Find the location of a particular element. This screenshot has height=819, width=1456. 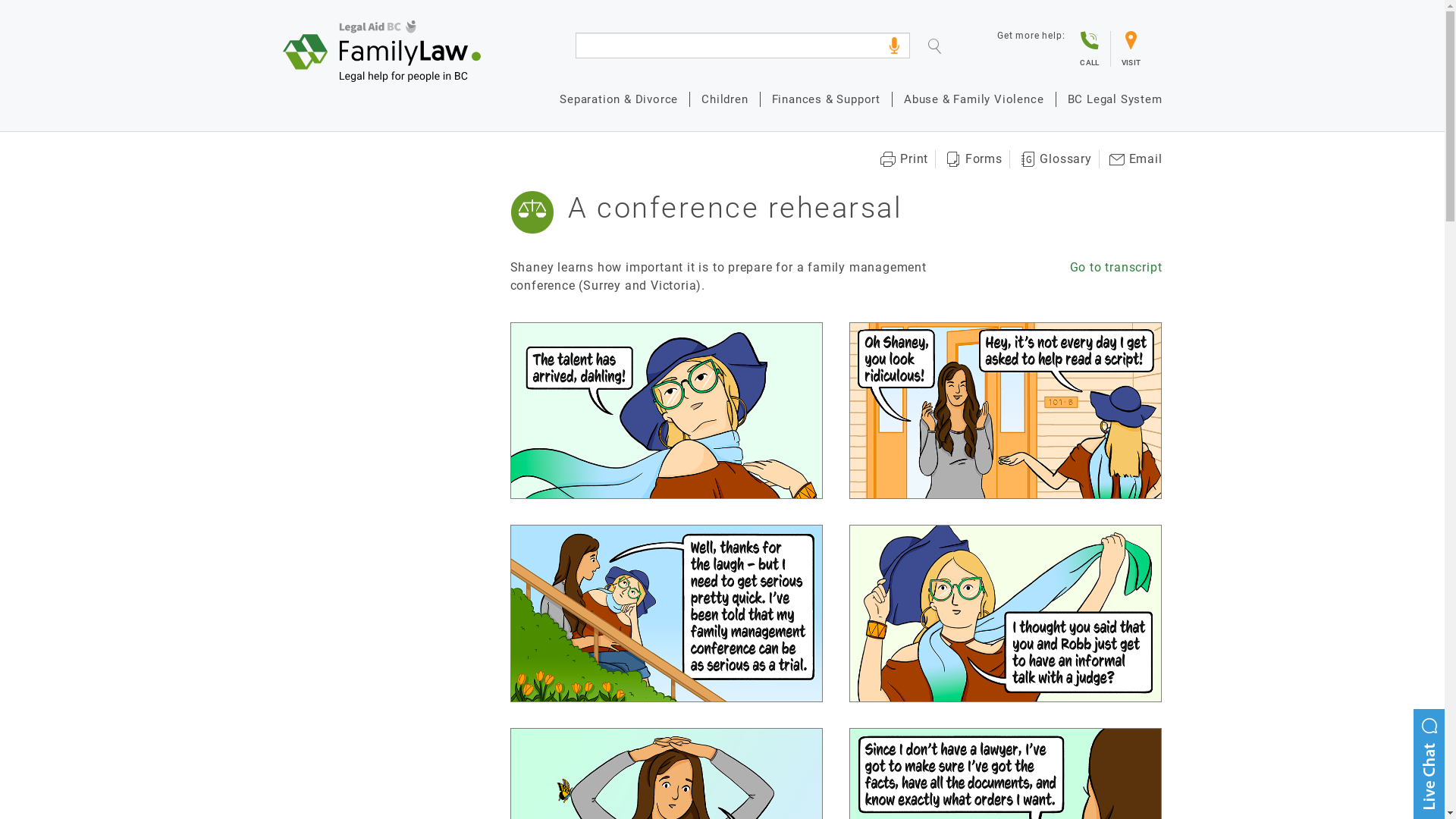

'Search' is located at coordinates (945, 48).